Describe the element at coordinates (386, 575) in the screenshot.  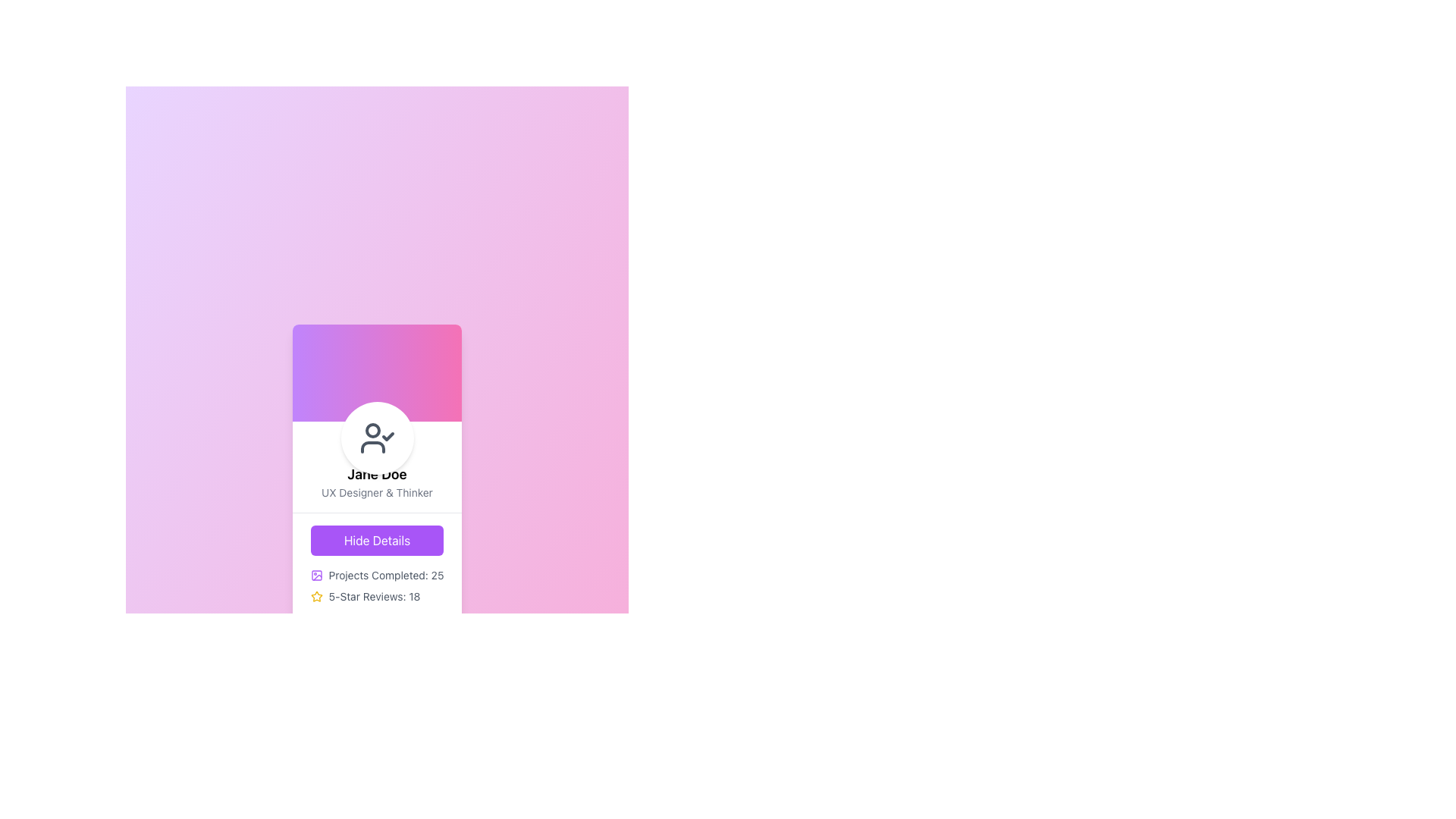
I see `the Text Label displaying the number of completed projects ('25') which is located below the 'Hide Details' button and above the '5-Star Reviews: 18' text` at that location.